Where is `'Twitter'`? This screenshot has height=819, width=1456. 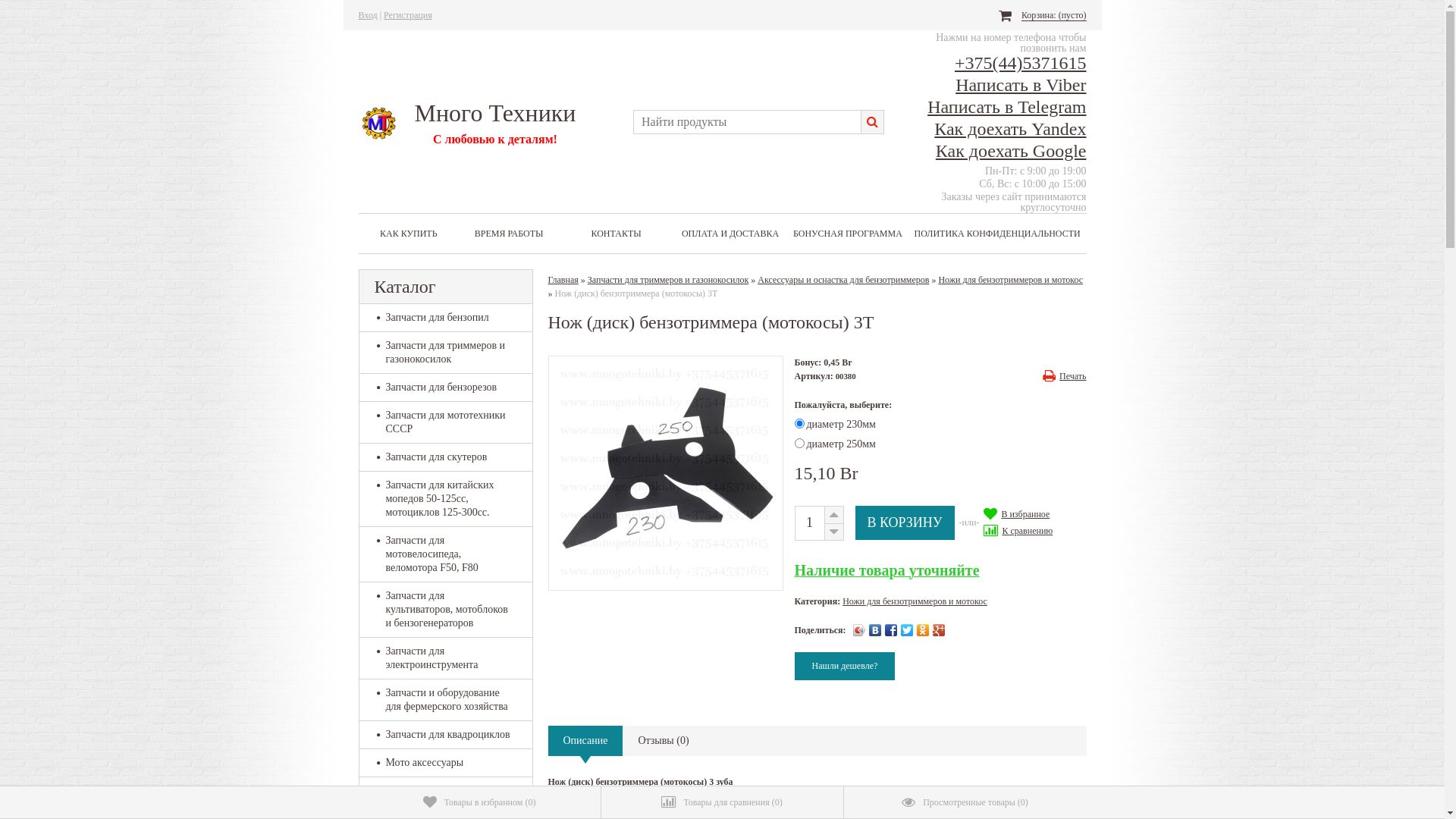
'Twitter' is located at coordinates (907, 629).